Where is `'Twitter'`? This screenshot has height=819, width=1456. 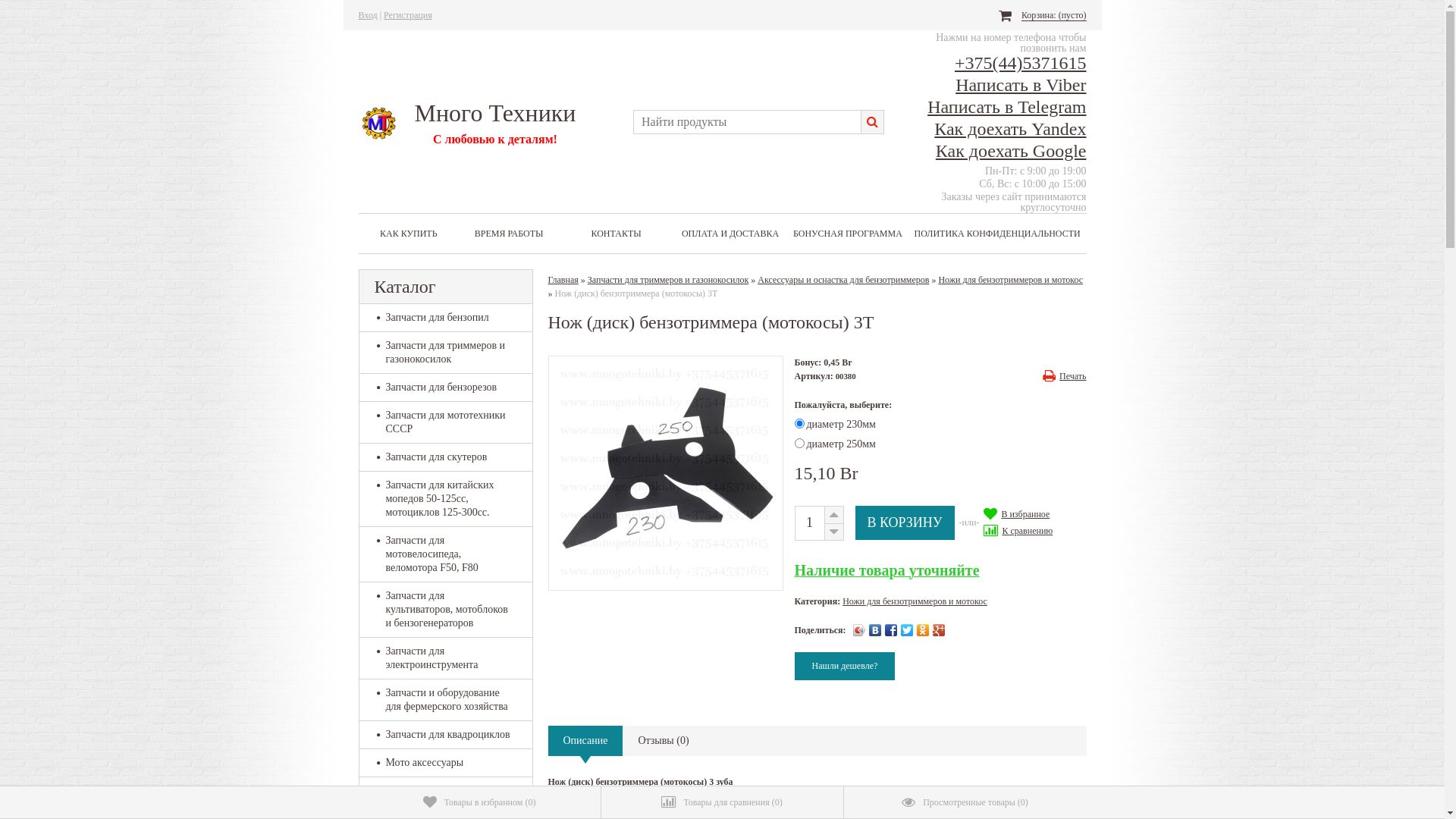
'Twitter' is located at coordinates (907, 629).